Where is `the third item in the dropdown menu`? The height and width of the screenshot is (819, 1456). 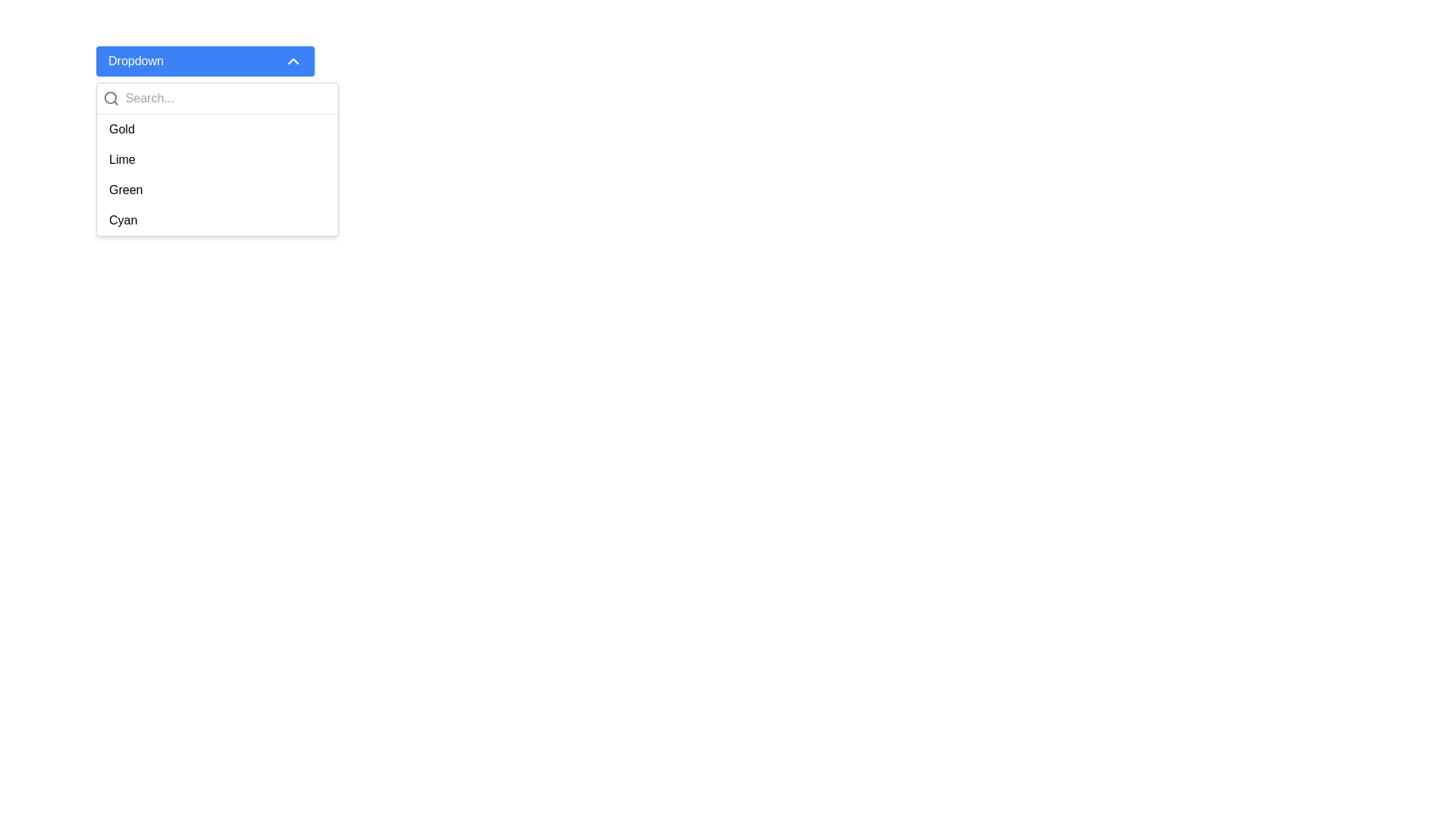 the third item in the dropdown menu is located at coordinates (217, 189).